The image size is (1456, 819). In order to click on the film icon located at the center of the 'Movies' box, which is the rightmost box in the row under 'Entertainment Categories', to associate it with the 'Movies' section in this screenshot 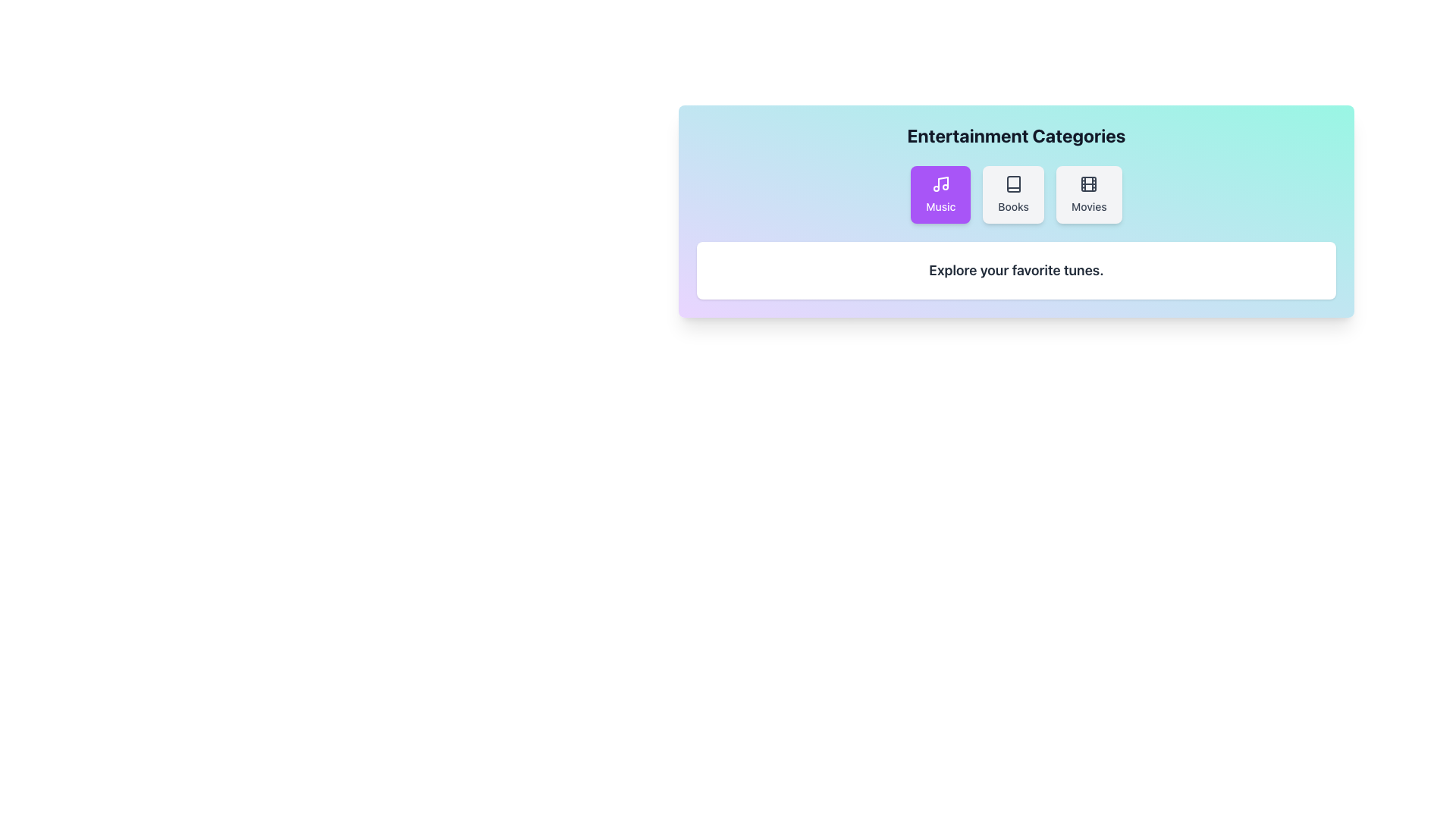, I will do `click(1088, 184)`.